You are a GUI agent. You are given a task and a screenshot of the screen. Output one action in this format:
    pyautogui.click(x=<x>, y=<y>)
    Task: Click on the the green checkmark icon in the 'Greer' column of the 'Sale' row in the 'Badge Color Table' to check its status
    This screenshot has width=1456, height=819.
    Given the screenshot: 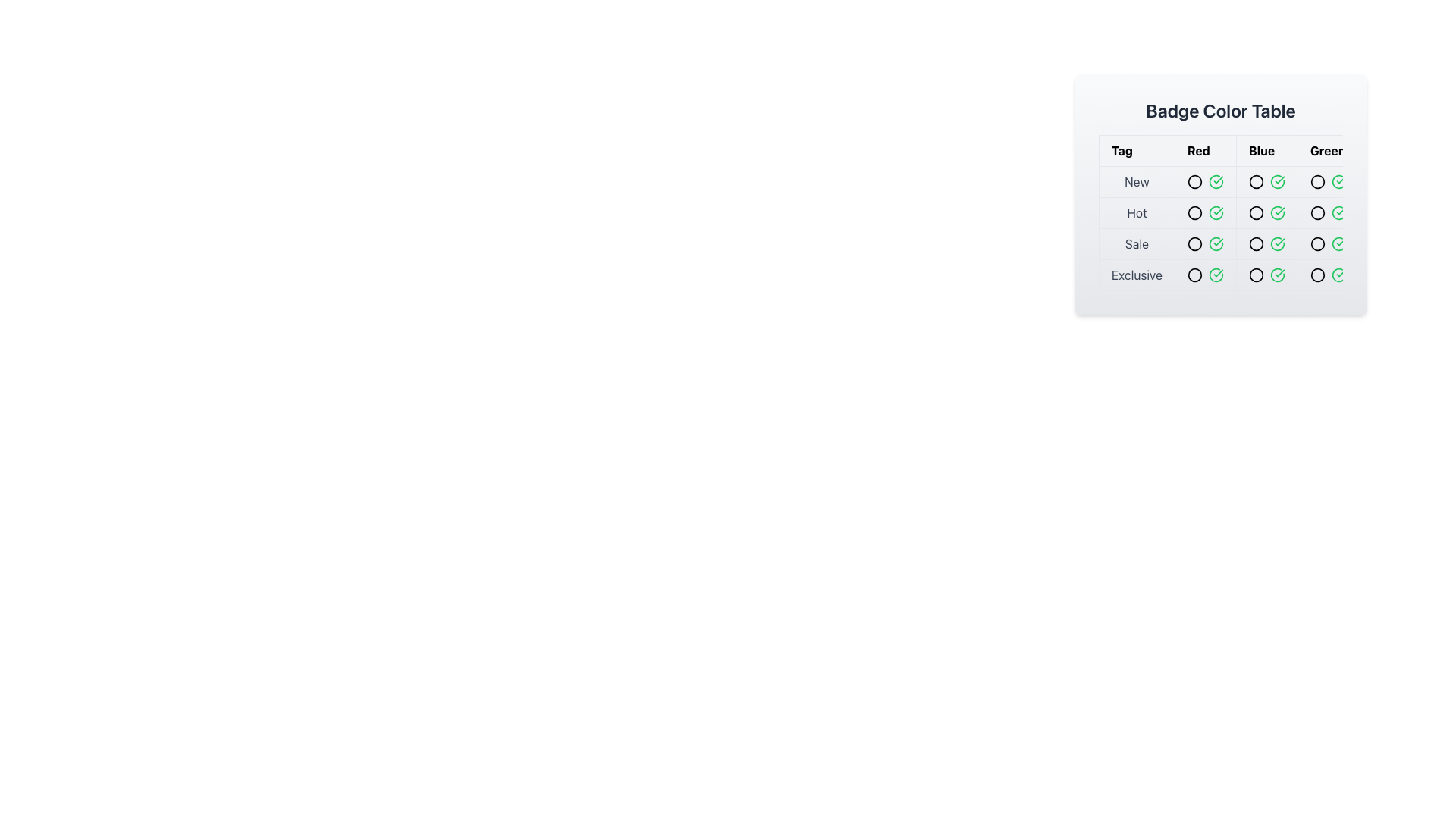 What is the action you would take?
    pyautogui.click(x=1276, y=243)
    